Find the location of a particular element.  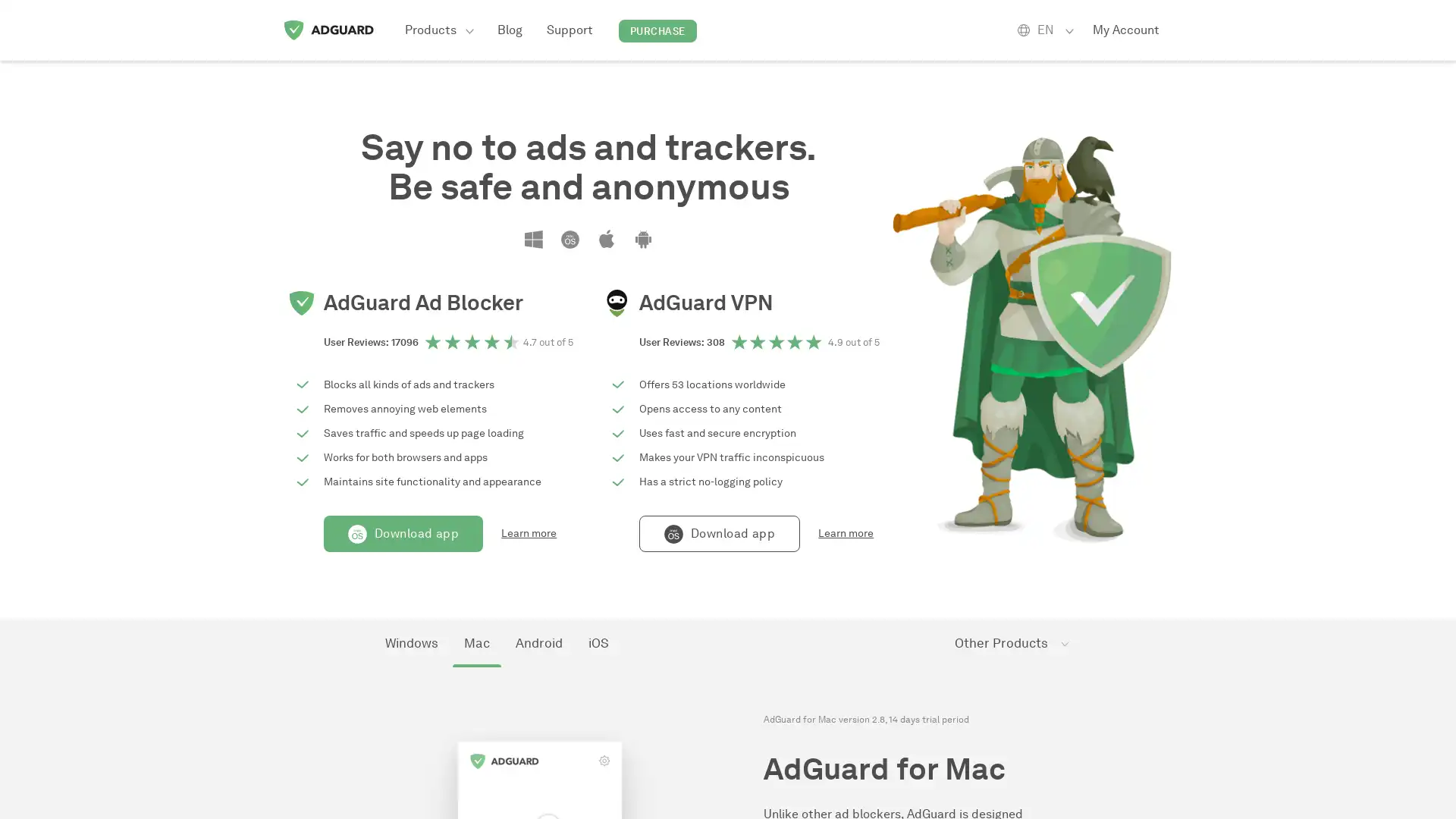

iOS is located at coordinates (598, 643).